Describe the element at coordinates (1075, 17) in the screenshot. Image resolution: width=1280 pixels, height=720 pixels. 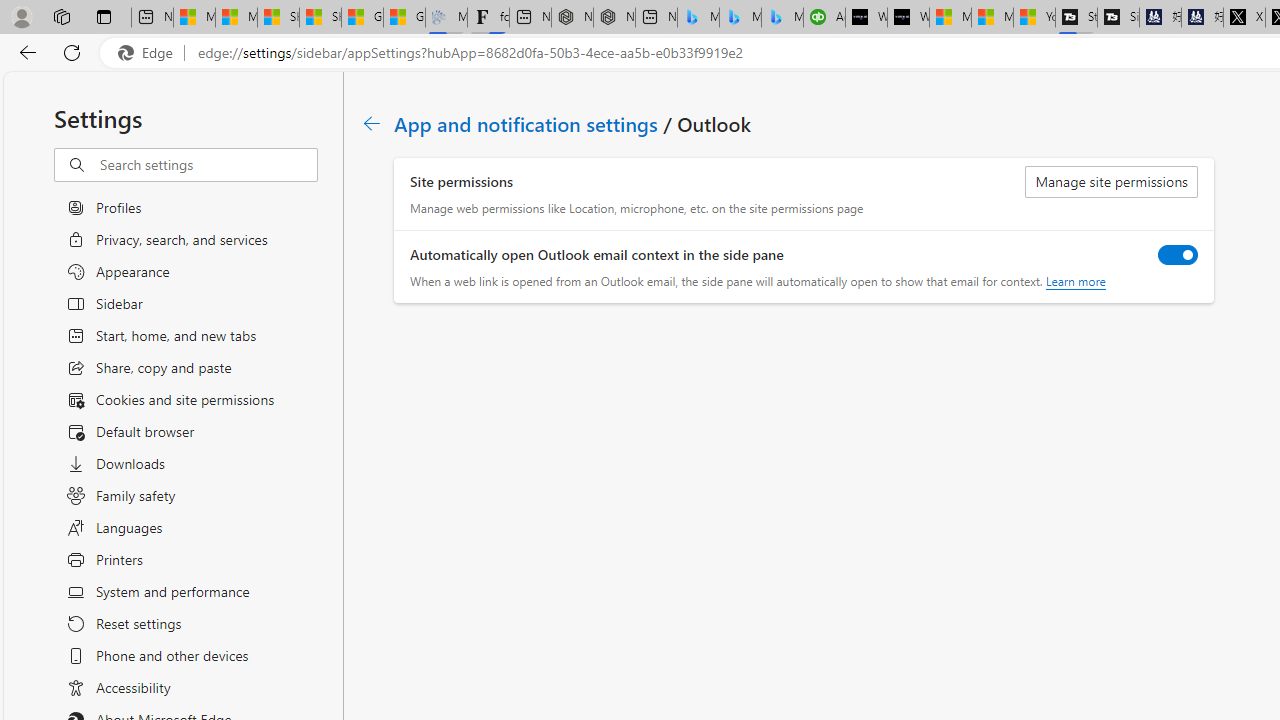
I see `'Streaming Coverage | T3'` at that location.